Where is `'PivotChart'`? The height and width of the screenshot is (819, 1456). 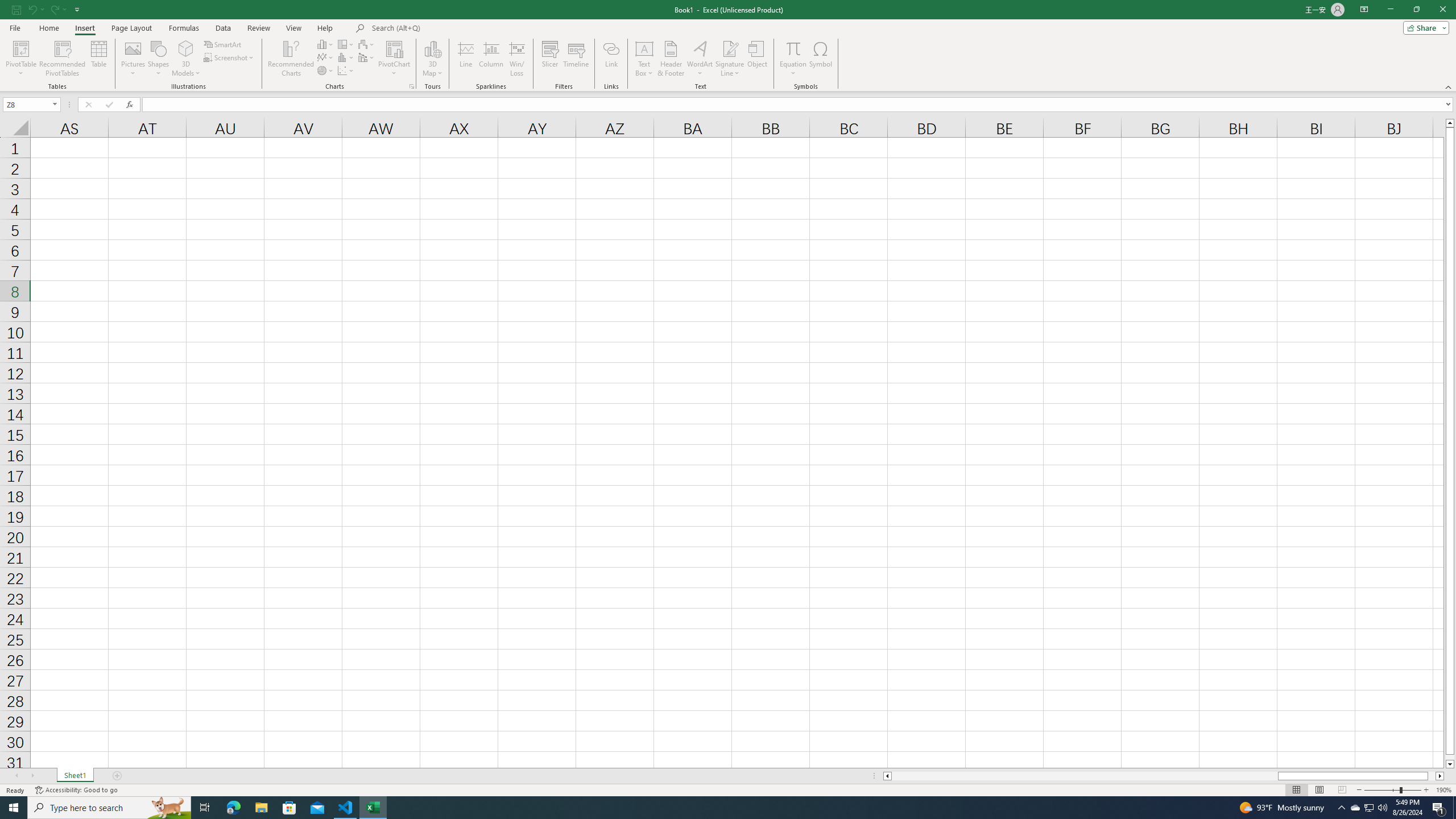 'PivotChart' is located at coordinates (394, 48).